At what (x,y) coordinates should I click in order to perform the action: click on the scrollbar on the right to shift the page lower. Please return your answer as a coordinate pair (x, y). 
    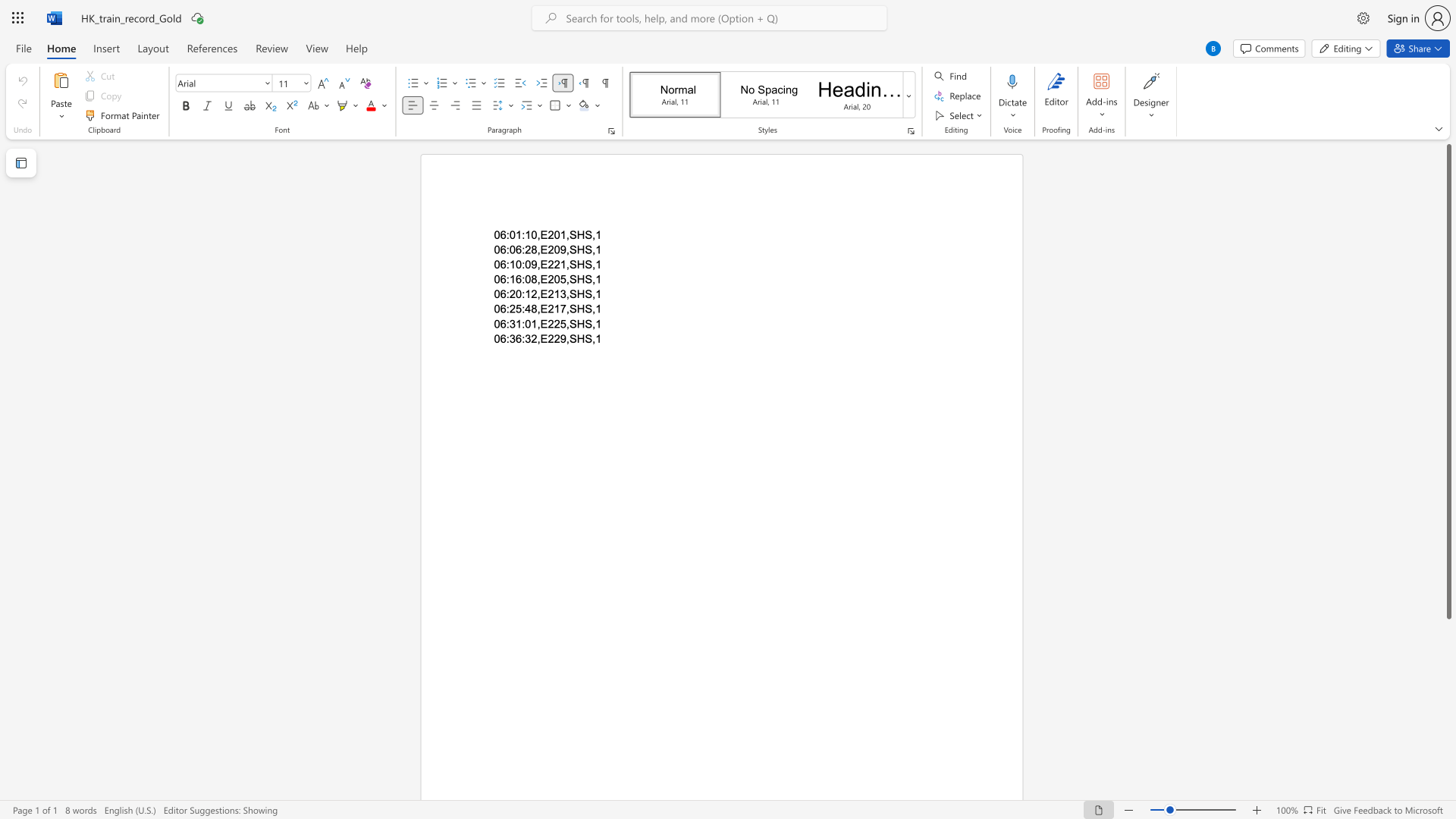
    Looking at the image, I should click on (1448, 674).